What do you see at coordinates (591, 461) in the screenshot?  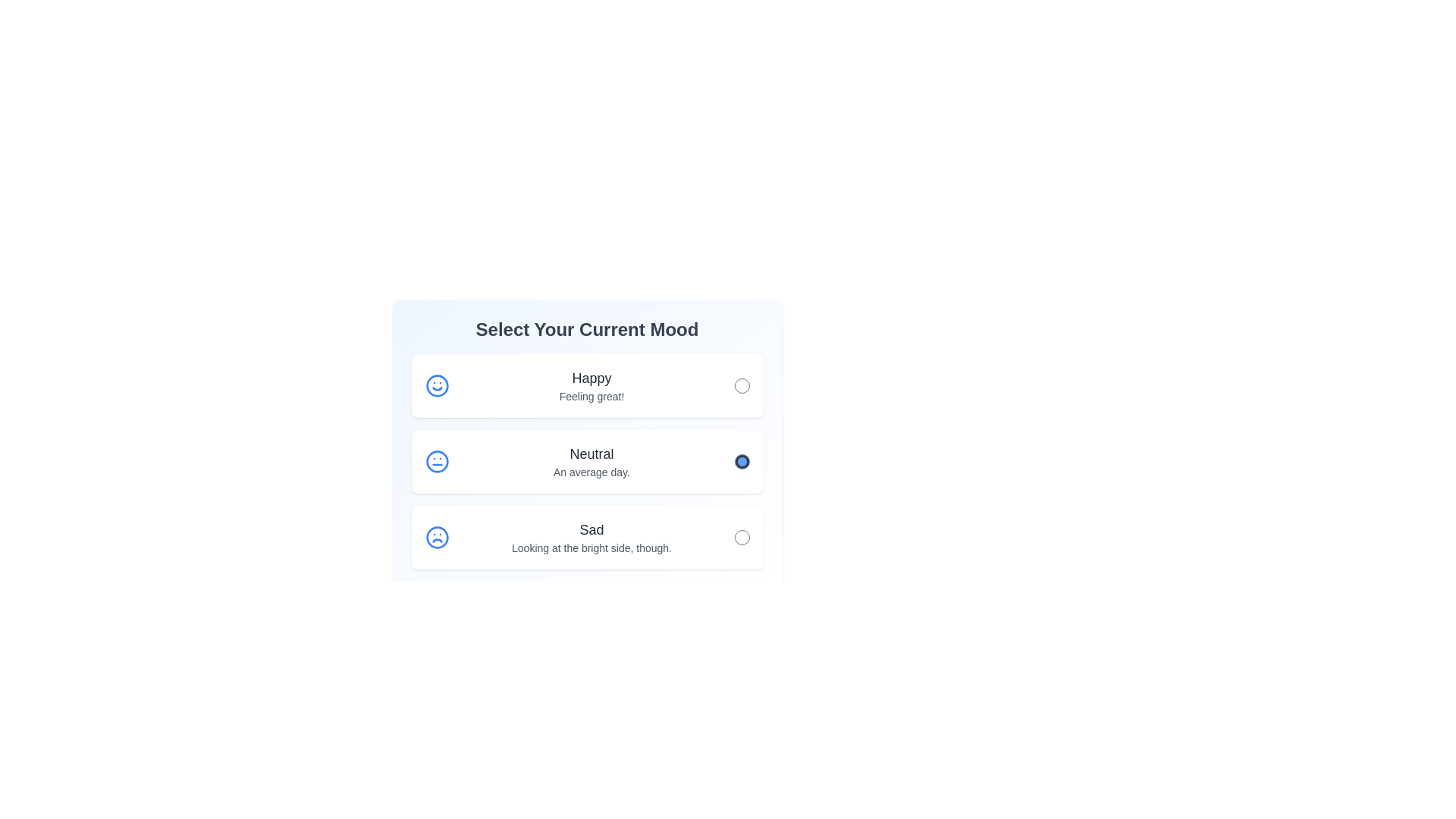 I see `the 'Neutral' mood selection text label, which is the second option in a list of mood options` at bounding box center [591, 461].